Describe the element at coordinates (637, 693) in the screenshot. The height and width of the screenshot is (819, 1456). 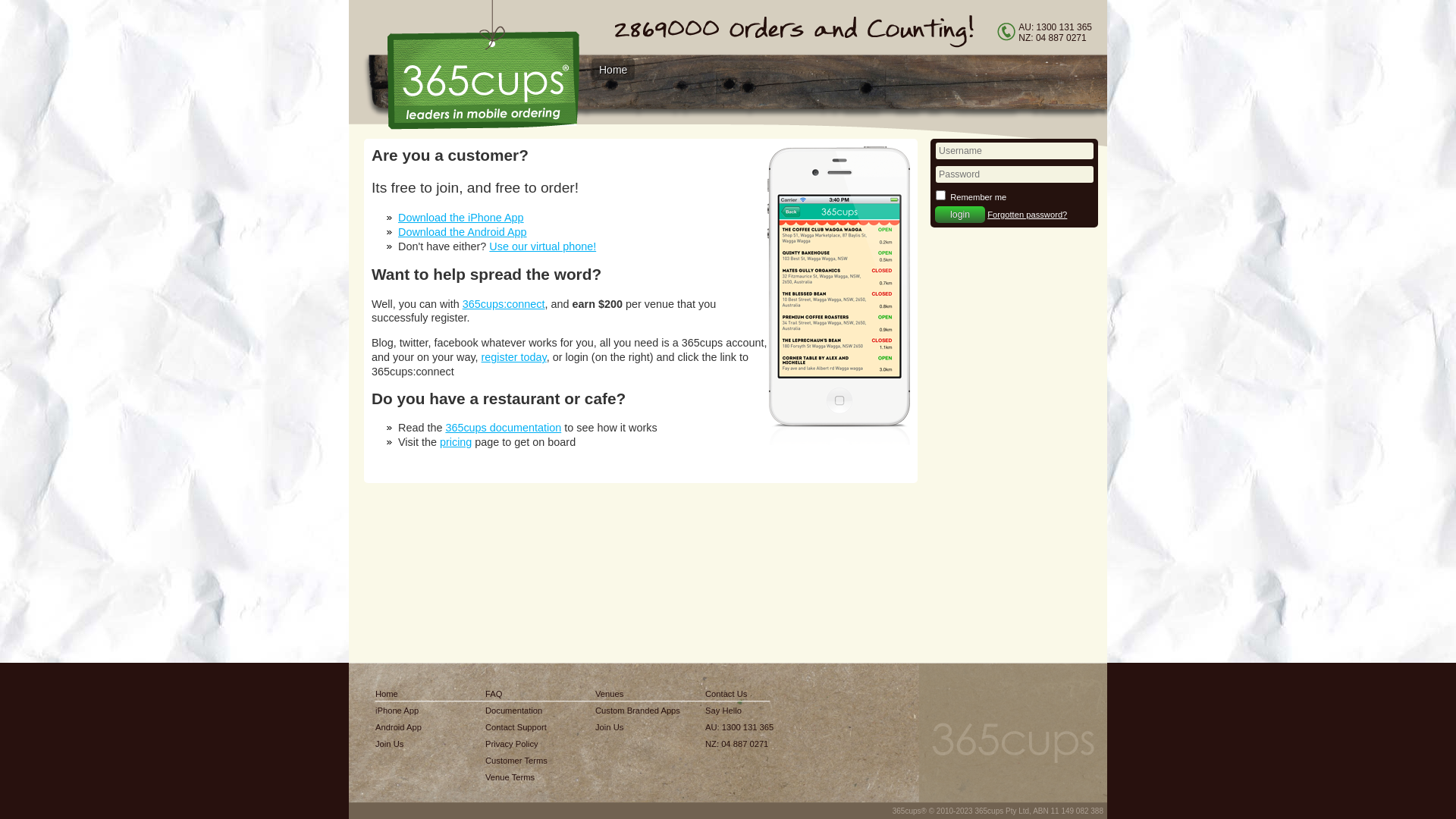
I see `'Venues'` at that location.